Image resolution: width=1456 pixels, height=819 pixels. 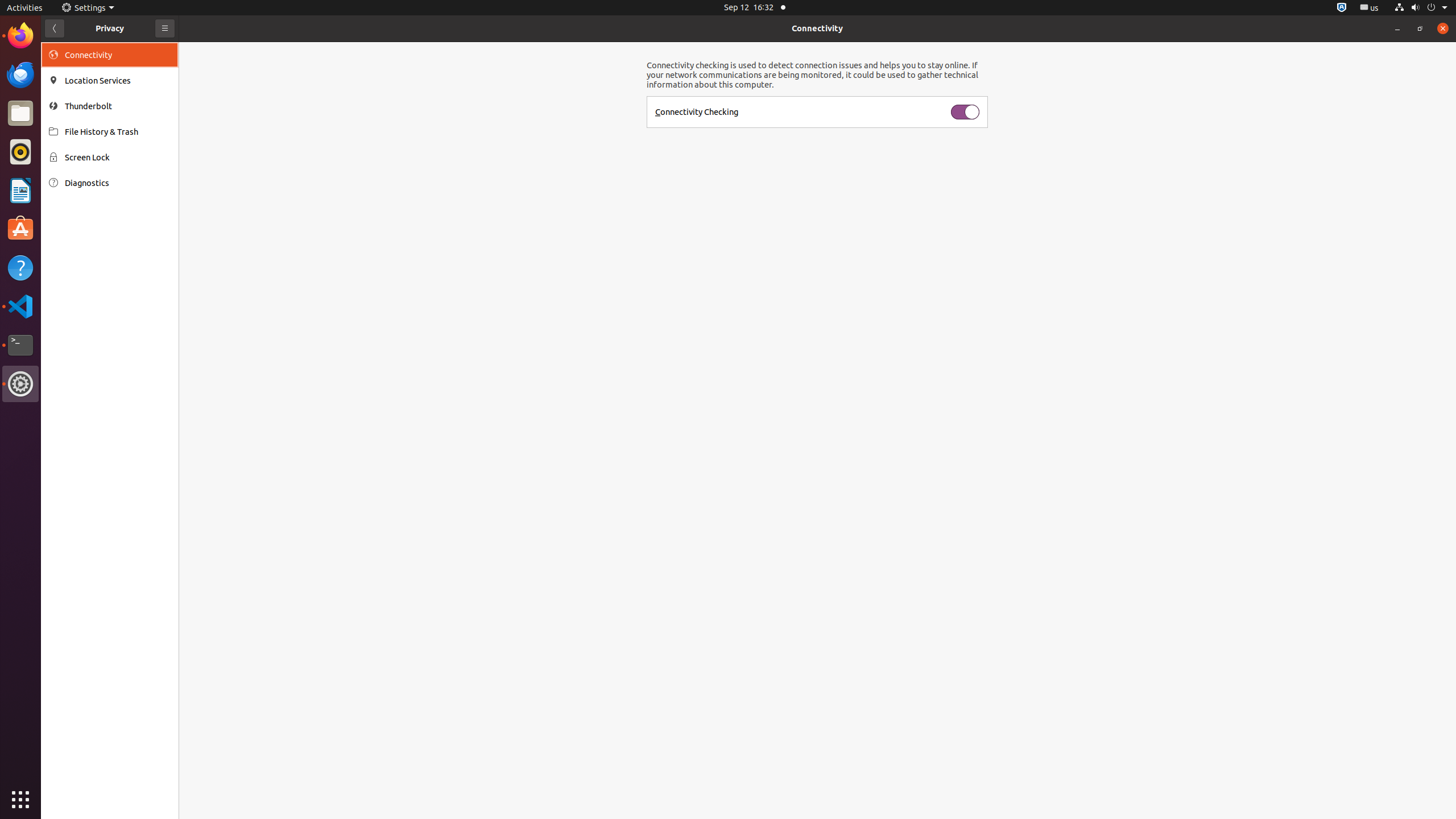 What do you see at coordinates (118, 80) in the screenshot?
I see `'Location Services'` at bounding box center [118, 80].